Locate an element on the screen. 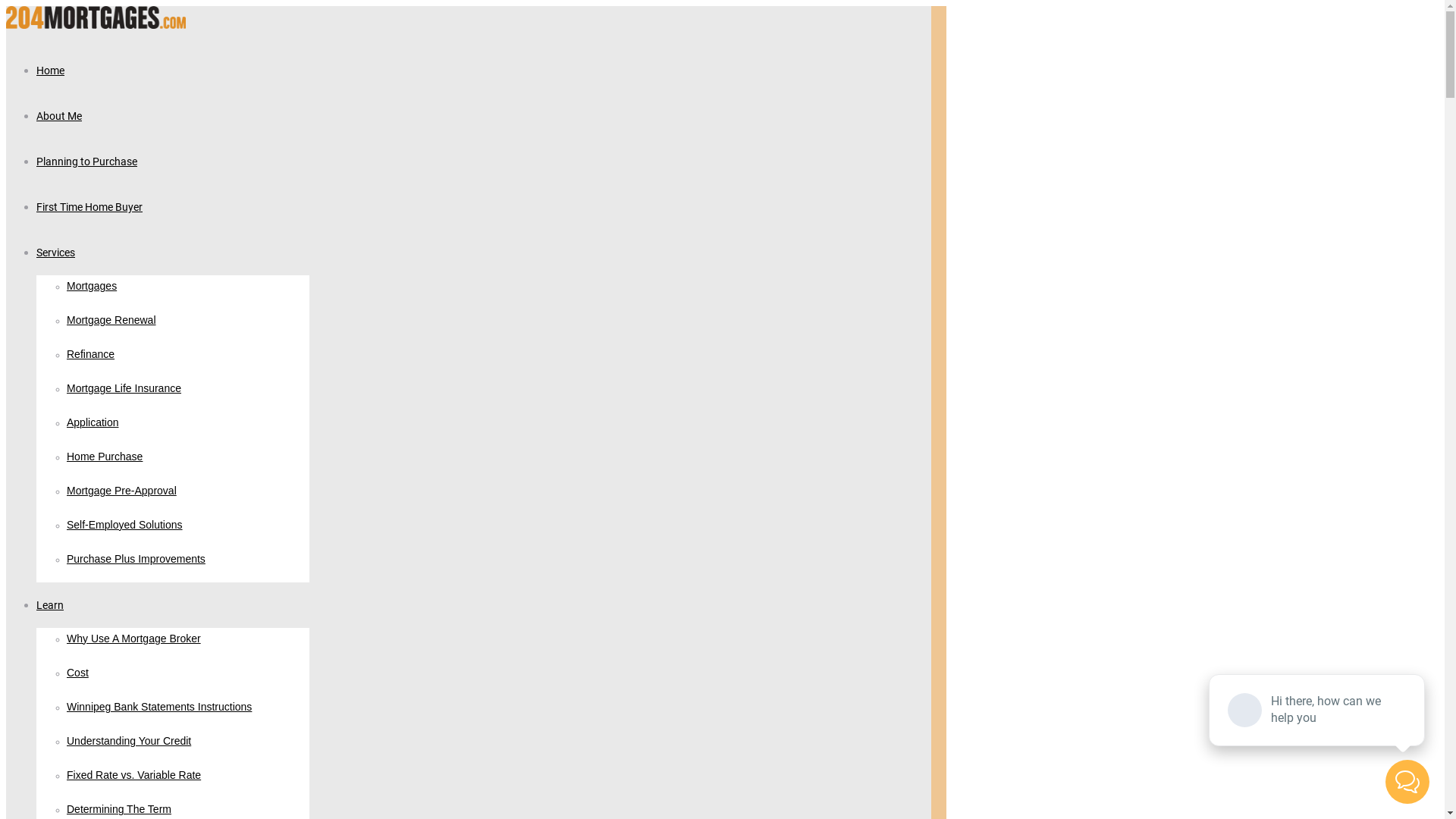  'Mortgage Life Insurance' is located at coordinates (124, 388).